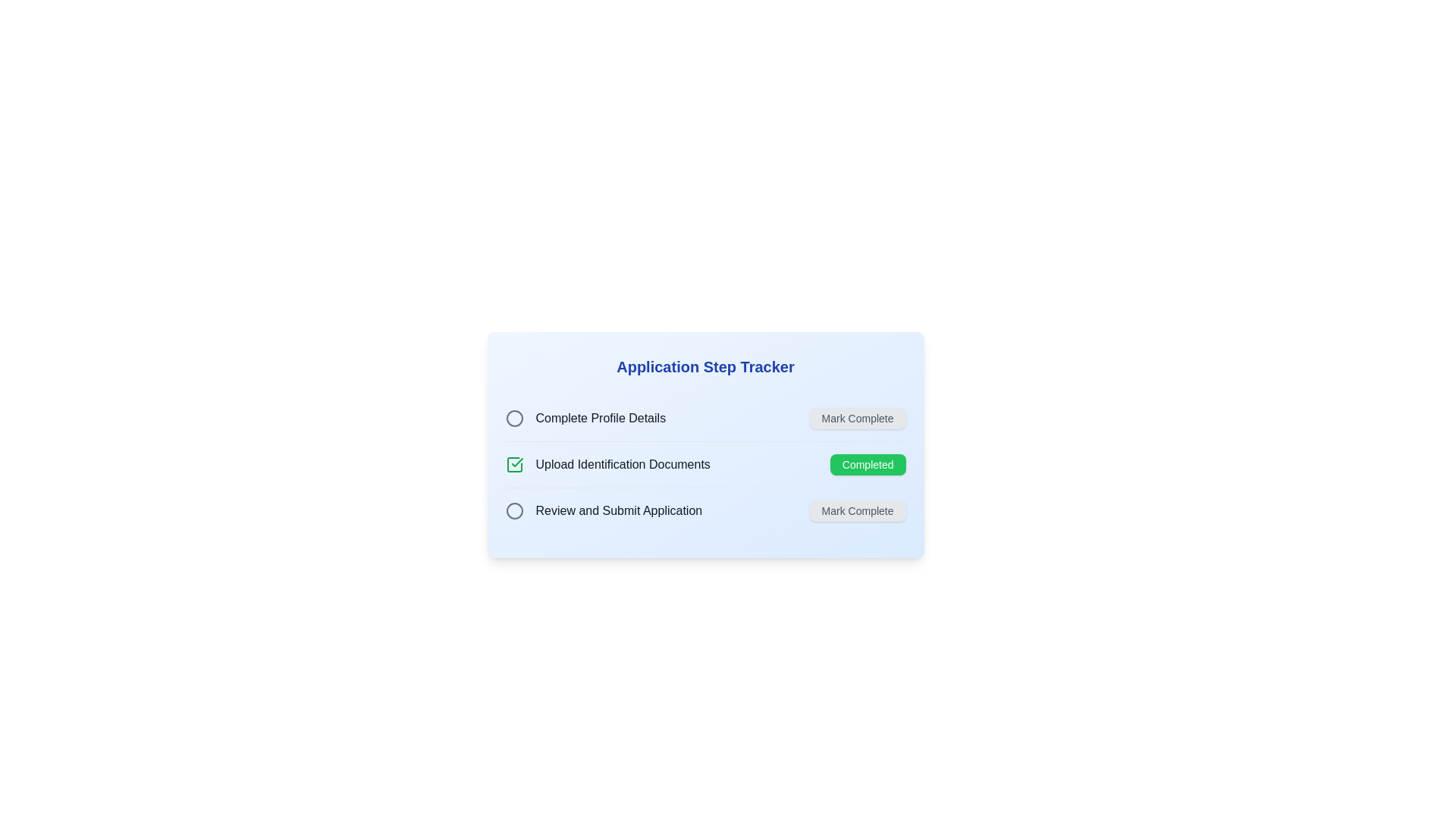  Describe the element at coordinates (514, 418) in the screenshot. I see `the circular icon styled as a hollow circle with a thin gray border, located to the left of the text 'Complete Profile Details'` at that location.